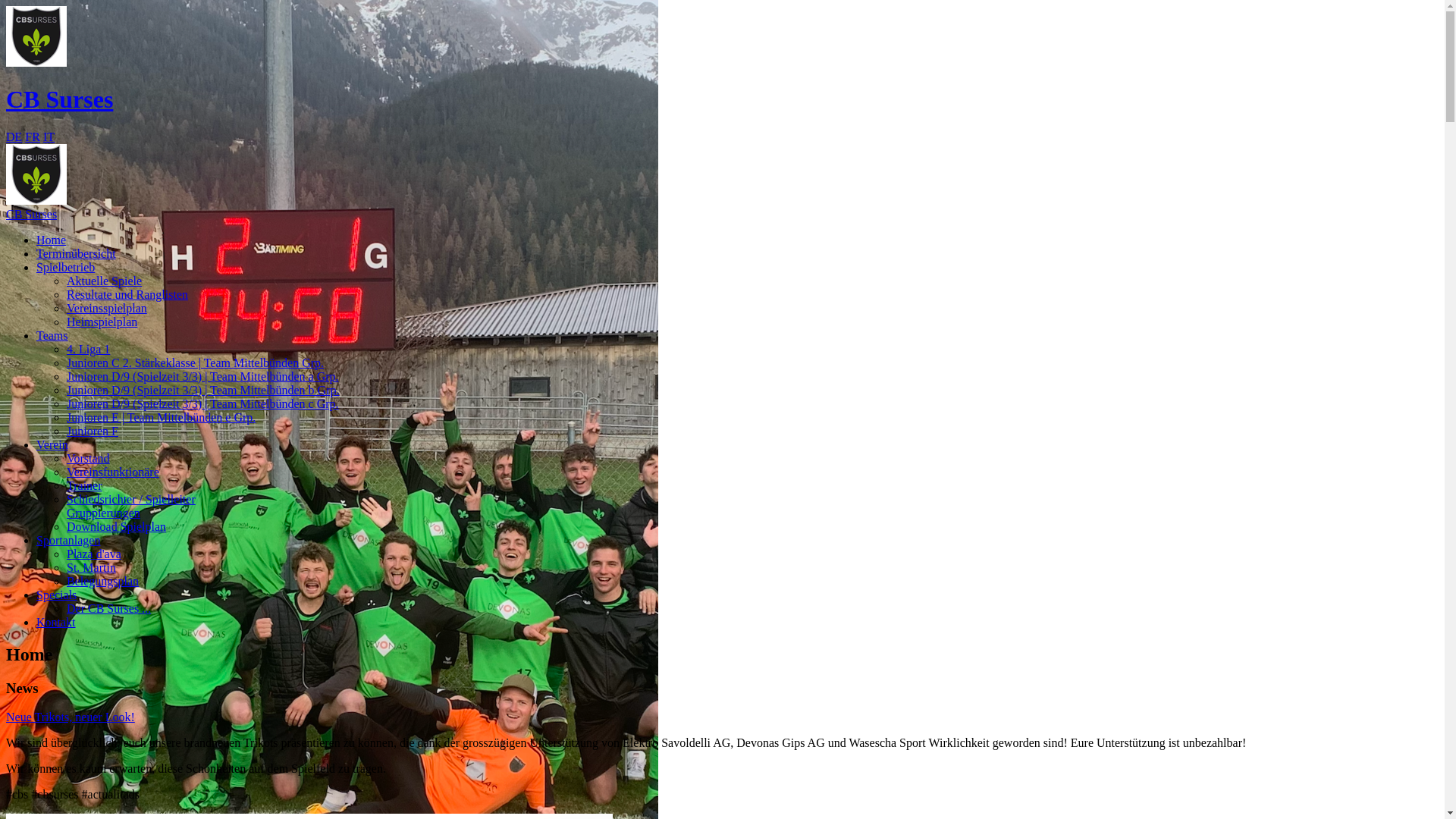  What do you see at coordinates (52, 444) in the screenshot?
I see `'Verein'` at bounding box center [52, 444].